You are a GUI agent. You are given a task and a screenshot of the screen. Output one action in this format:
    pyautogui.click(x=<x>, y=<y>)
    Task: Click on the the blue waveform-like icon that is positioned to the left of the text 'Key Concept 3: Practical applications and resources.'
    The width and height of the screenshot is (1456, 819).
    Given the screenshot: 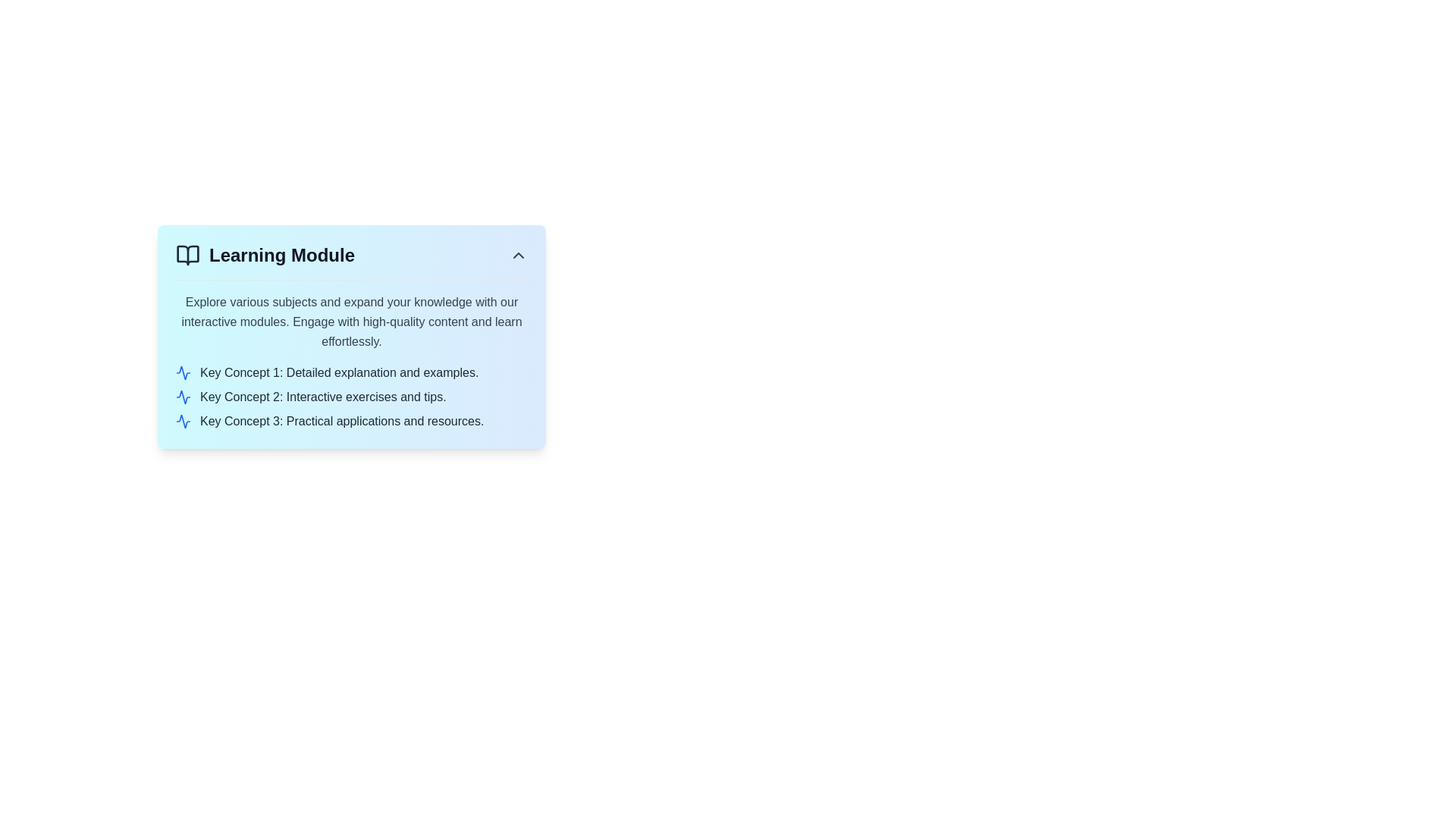 What is the action you would take?
    pyautogui.click(x=182, y=421)
    